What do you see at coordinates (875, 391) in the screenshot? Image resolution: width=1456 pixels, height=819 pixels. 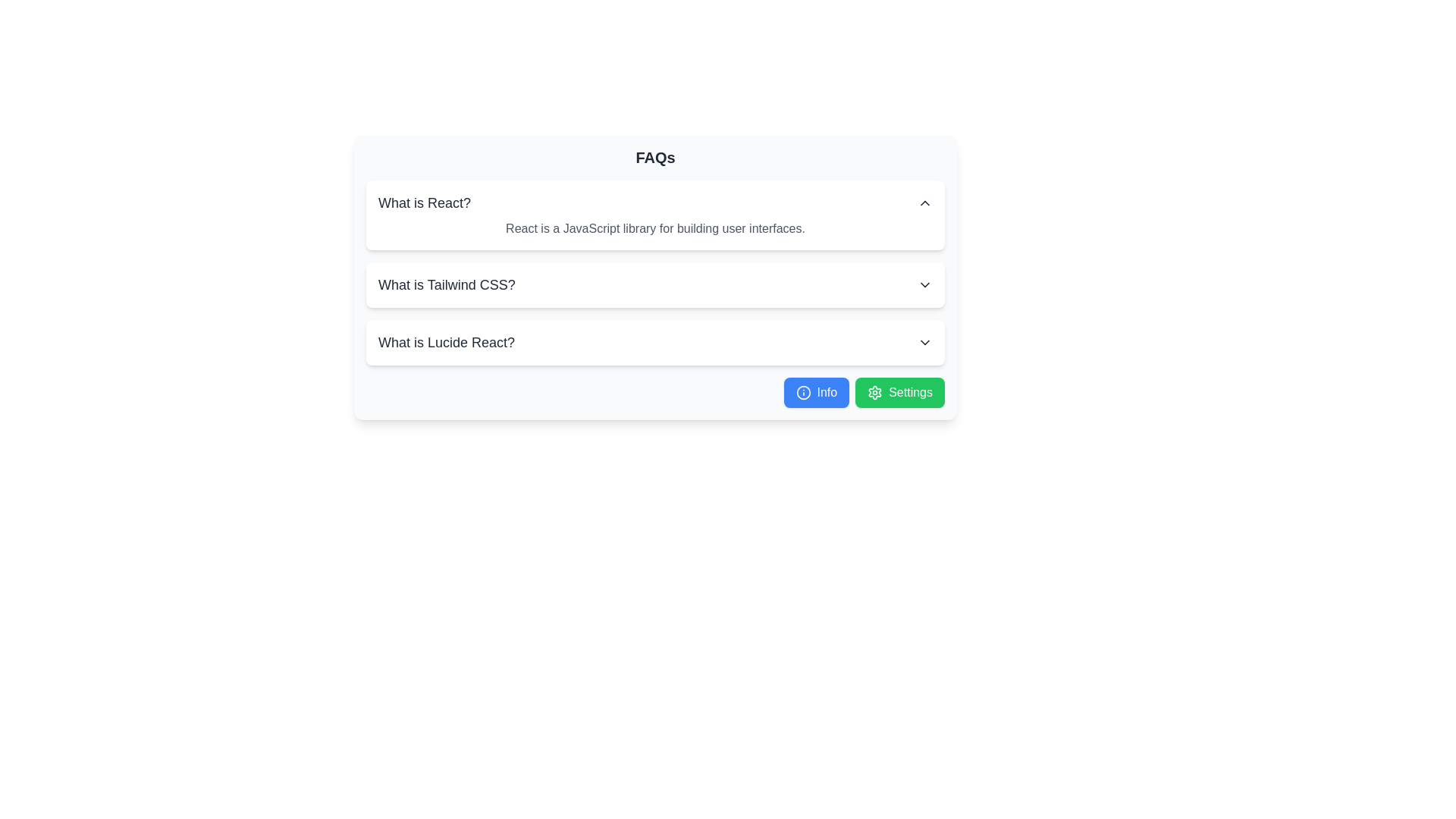 I see `the gear icon located on the left side within the 'Settings' button in the bottom right corner of the FAQ interface` at bounding box center [875, 391].